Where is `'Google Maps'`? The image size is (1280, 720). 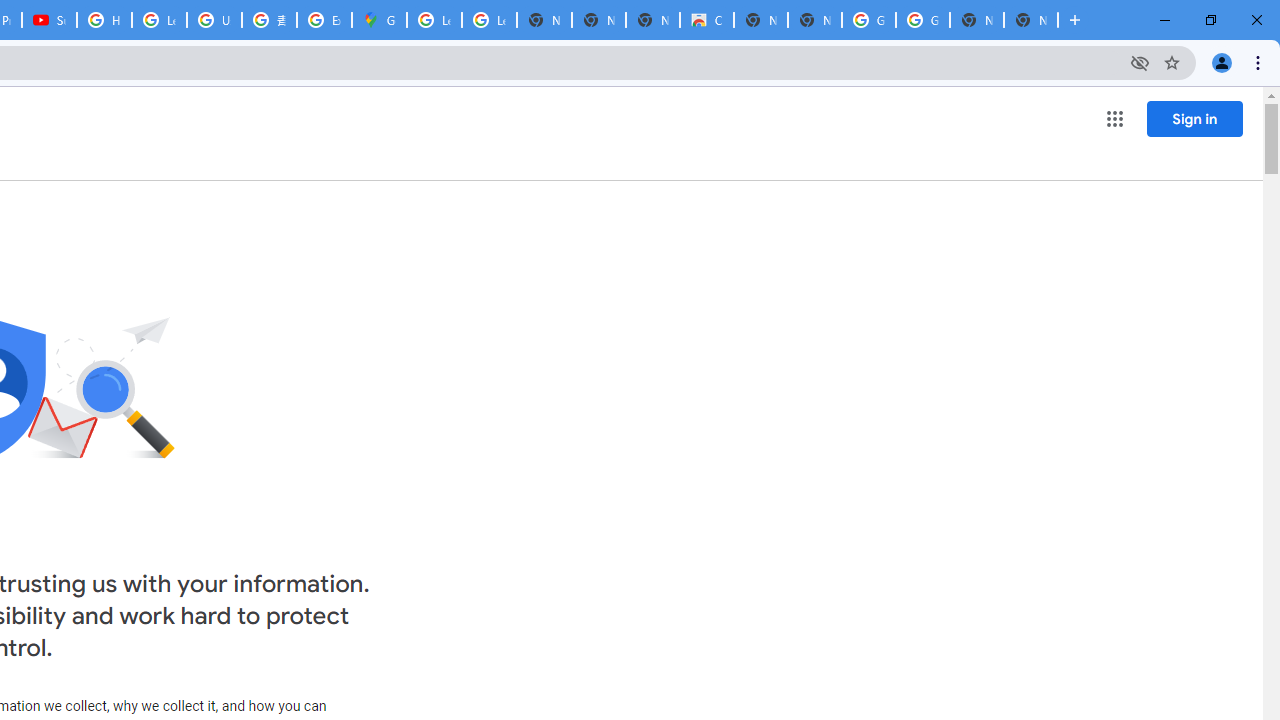
'Google Maps' is located at coordinates (379, 20).